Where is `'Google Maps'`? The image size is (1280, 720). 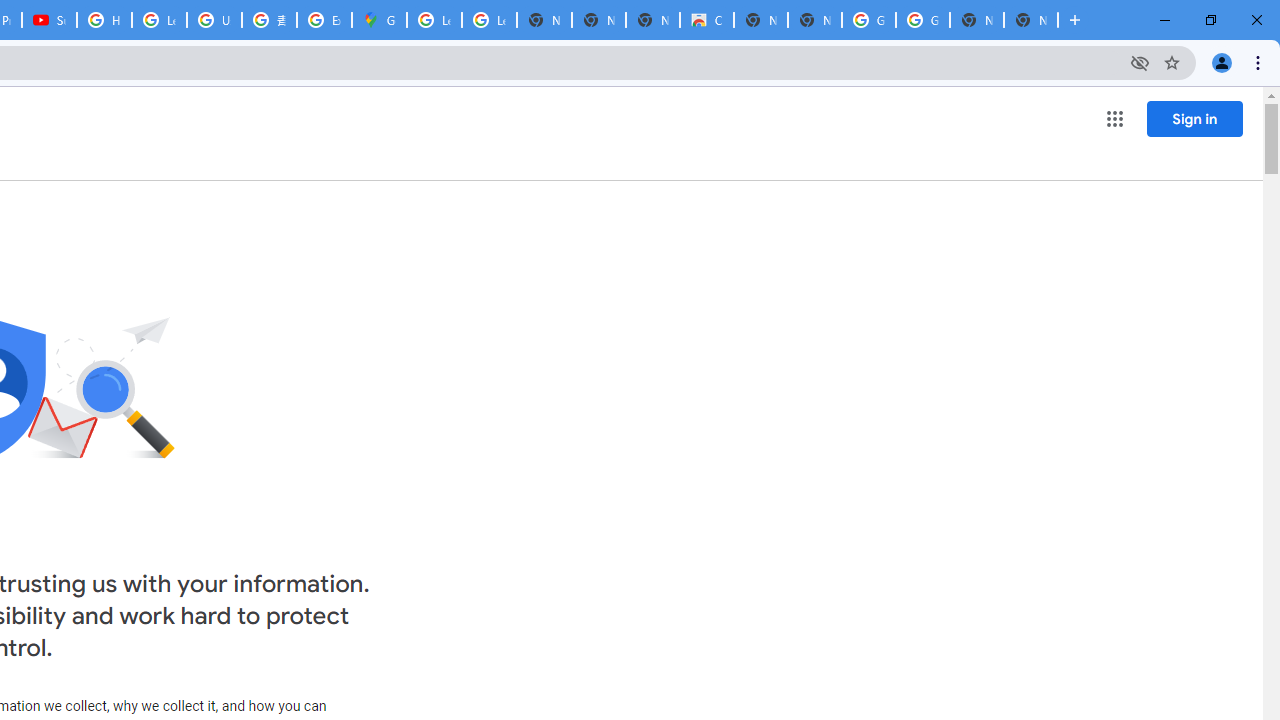
'Google Maps' is located at coordinates (379, 20).